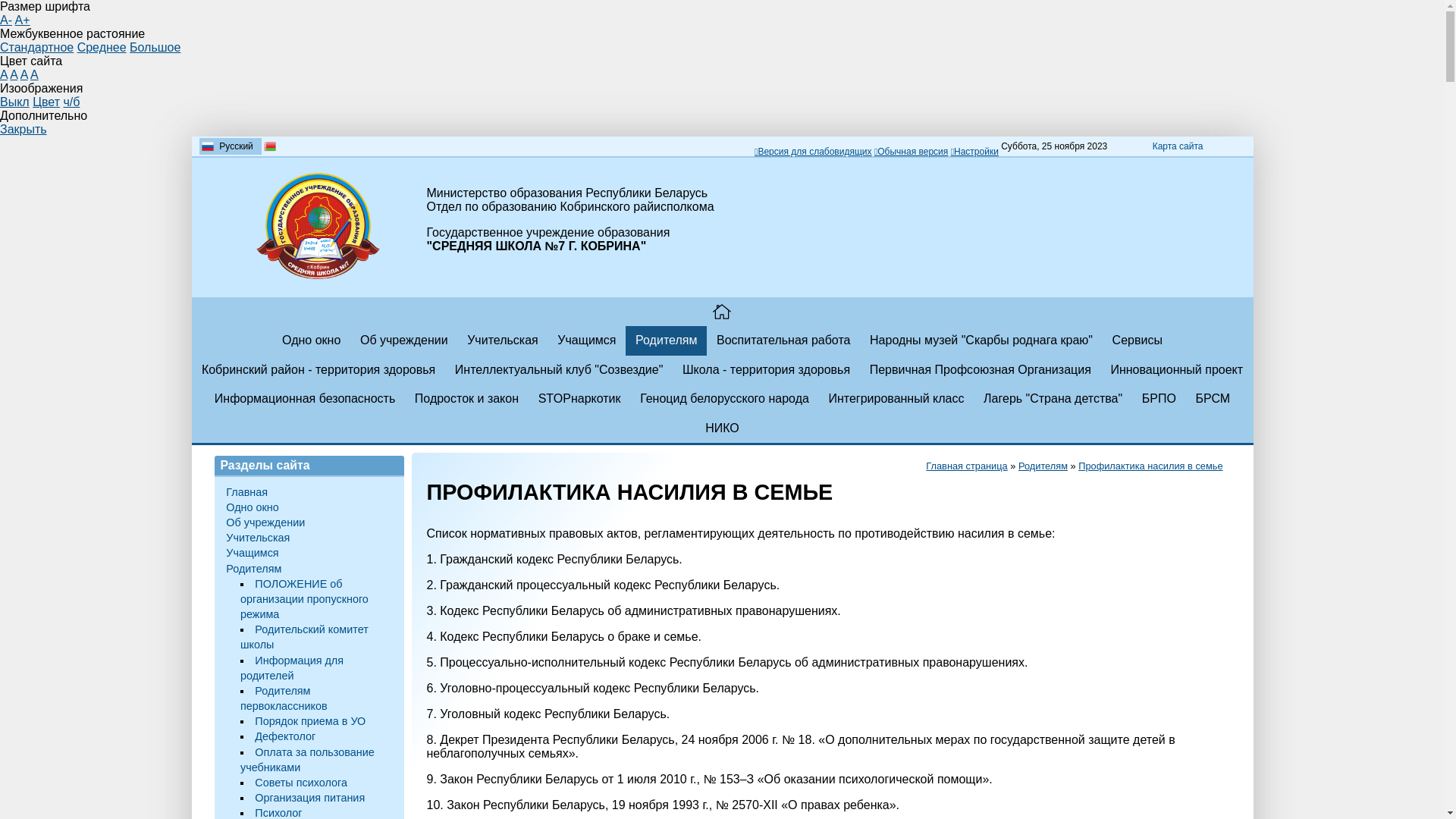 The width and height of the screenshot is (1456, 819). What do you see at coordinates (3, 74) in the screenshot?
I see `'A'` at bounding box center [3, 74].